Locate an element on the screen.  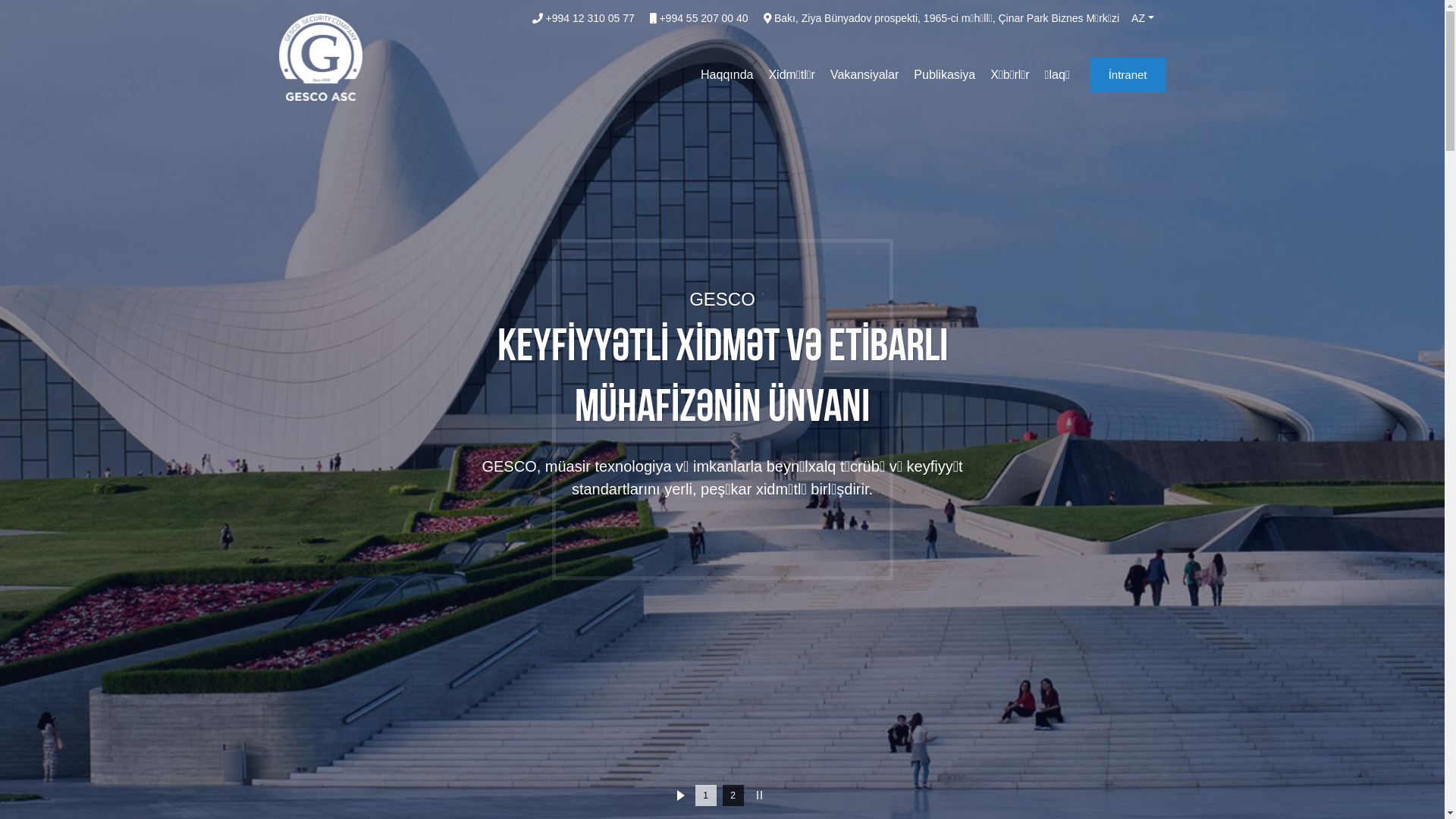
'Publikasiya' is located at coordinates (943, 75).